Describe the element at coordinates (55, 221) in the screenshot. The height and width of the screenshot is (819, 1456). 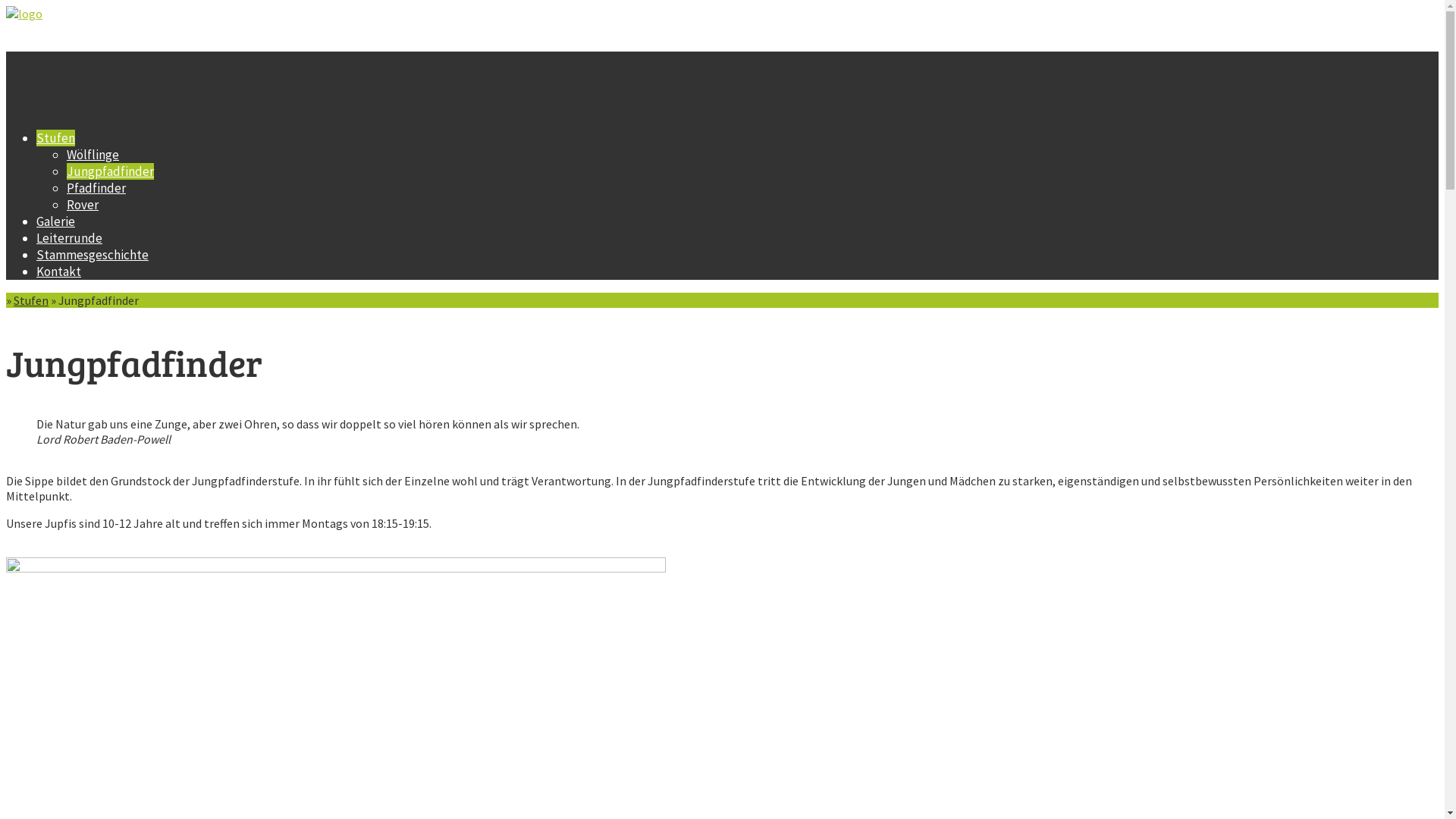
I see `'Galerie'` at that location.